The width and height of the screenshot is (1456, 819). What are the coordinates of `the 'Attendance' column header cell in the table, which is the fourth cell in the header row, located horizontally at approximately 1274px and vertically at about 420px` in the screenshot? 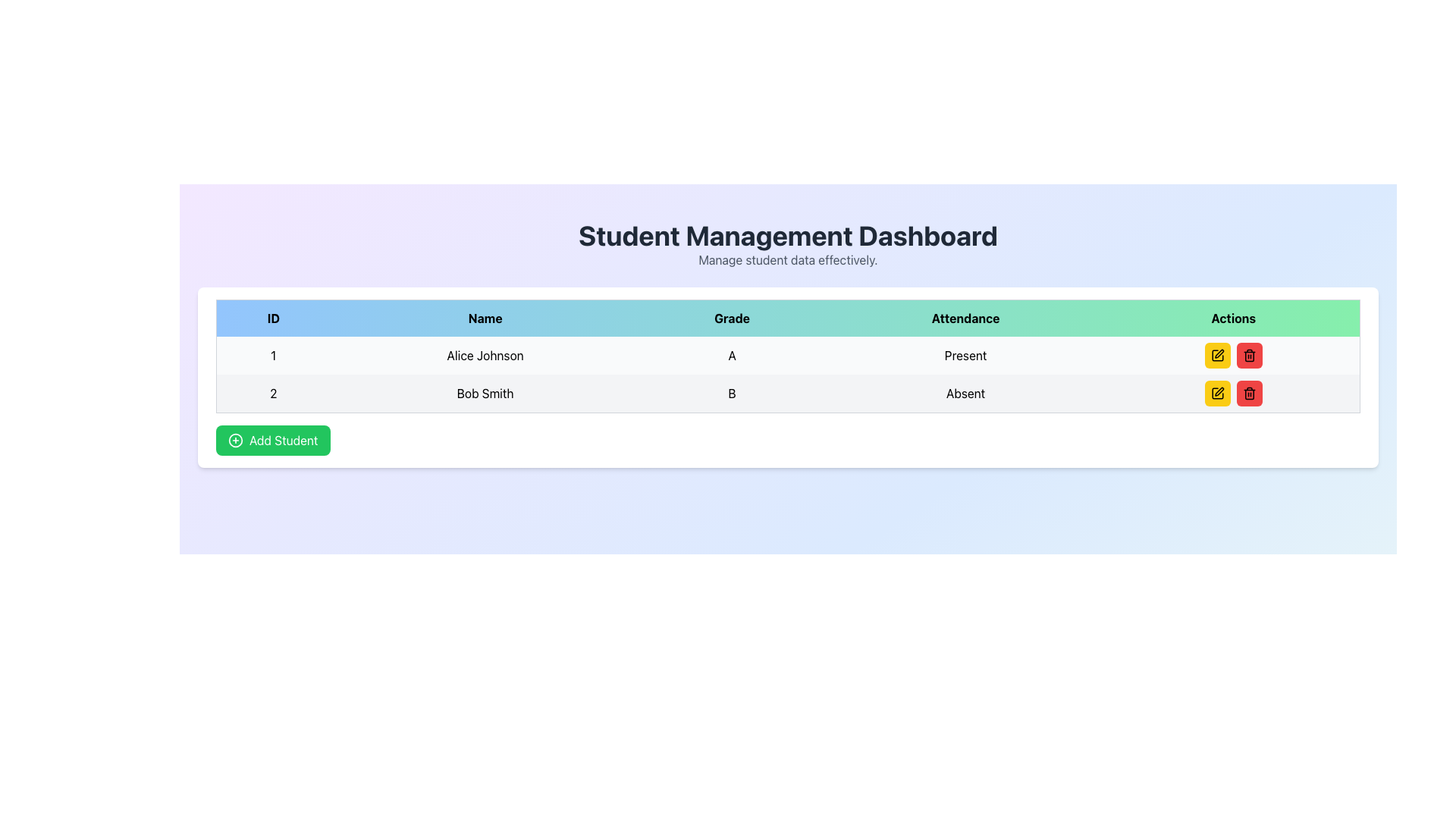 It's located at (965, 317).